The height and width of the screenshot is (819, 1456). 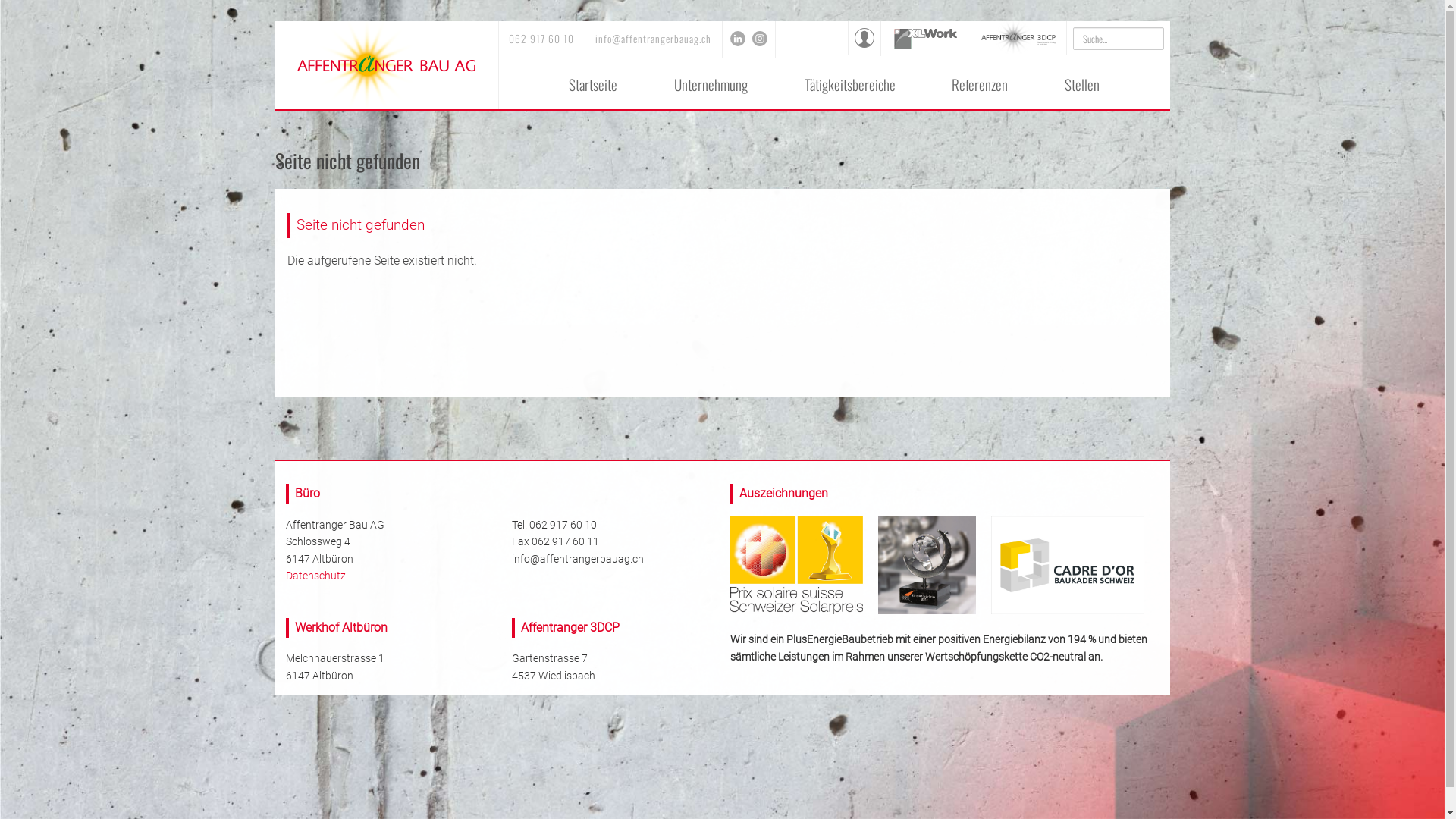 What do you see at coordinates (595, 37) in the screenshot?
I see `'info@affentrangerbauag.ch'` at bounding box center [595, 37].